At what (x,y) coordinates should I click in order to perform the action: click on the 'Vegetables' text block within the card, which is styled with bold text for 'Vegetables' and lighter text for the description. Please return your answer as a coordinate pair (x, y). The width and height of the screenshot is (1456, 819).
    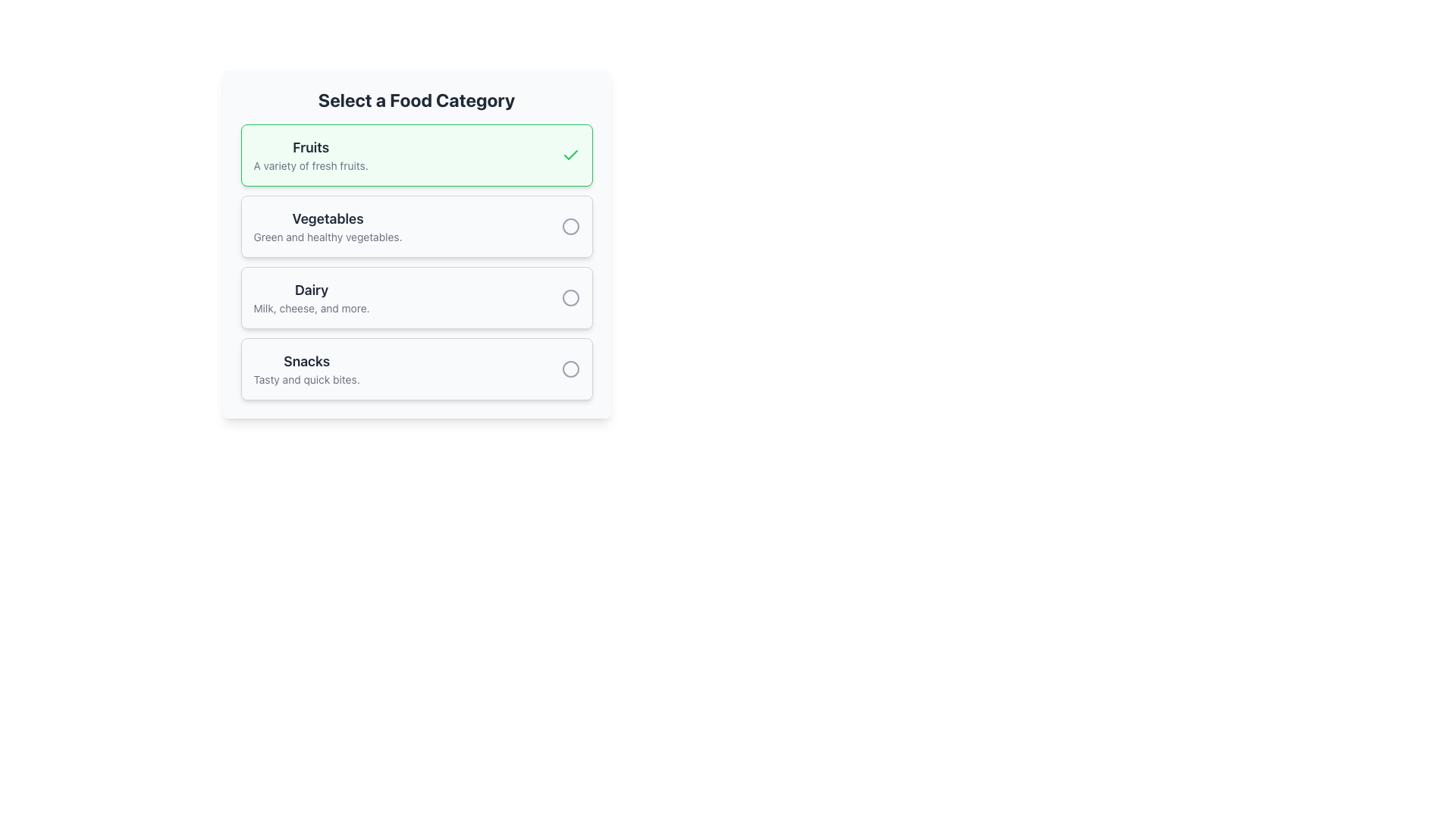
    Looking at the image, I should click on (327, 227).